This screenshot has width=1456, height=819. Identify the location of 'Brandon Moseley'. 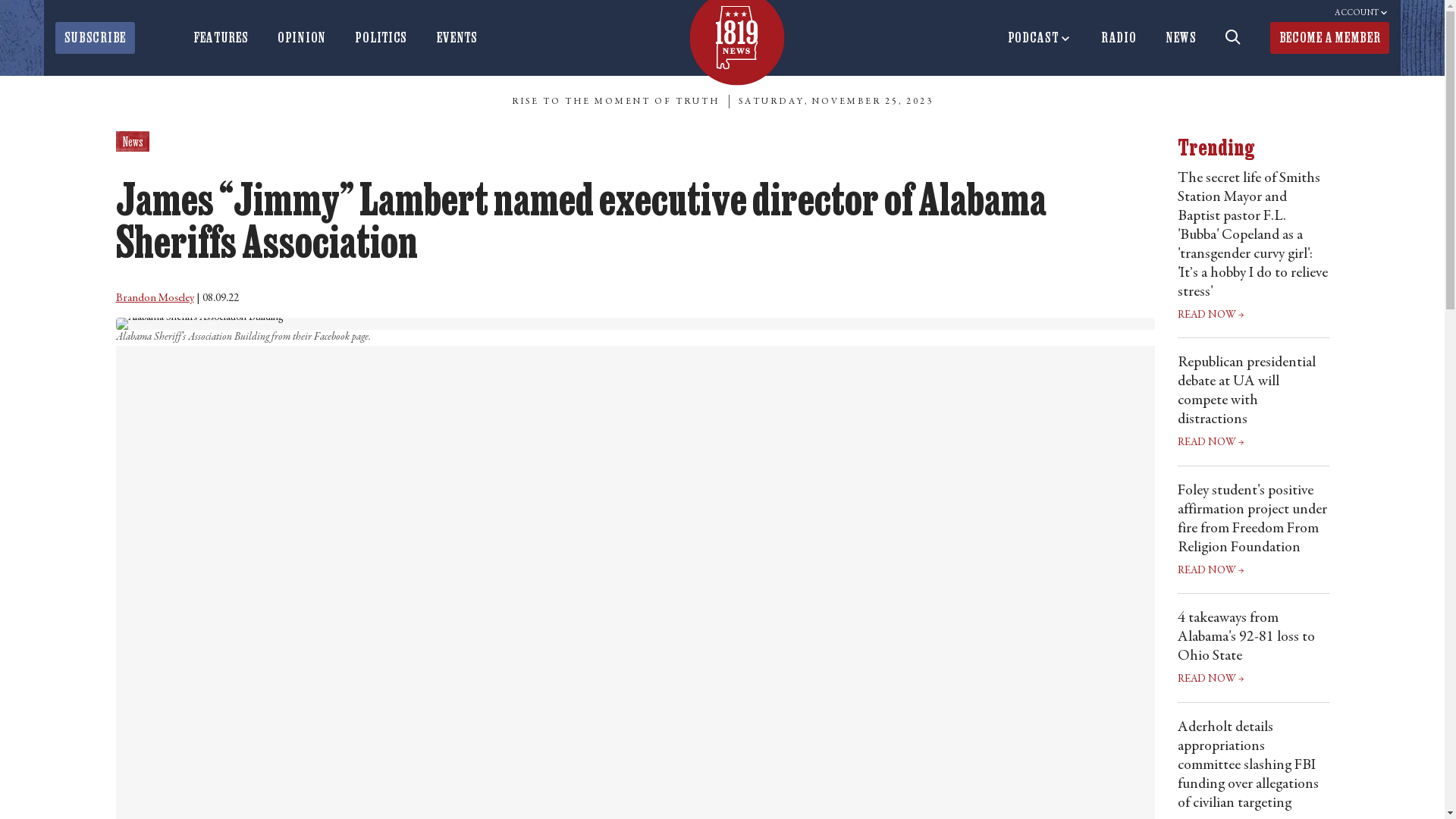
(154, 298).